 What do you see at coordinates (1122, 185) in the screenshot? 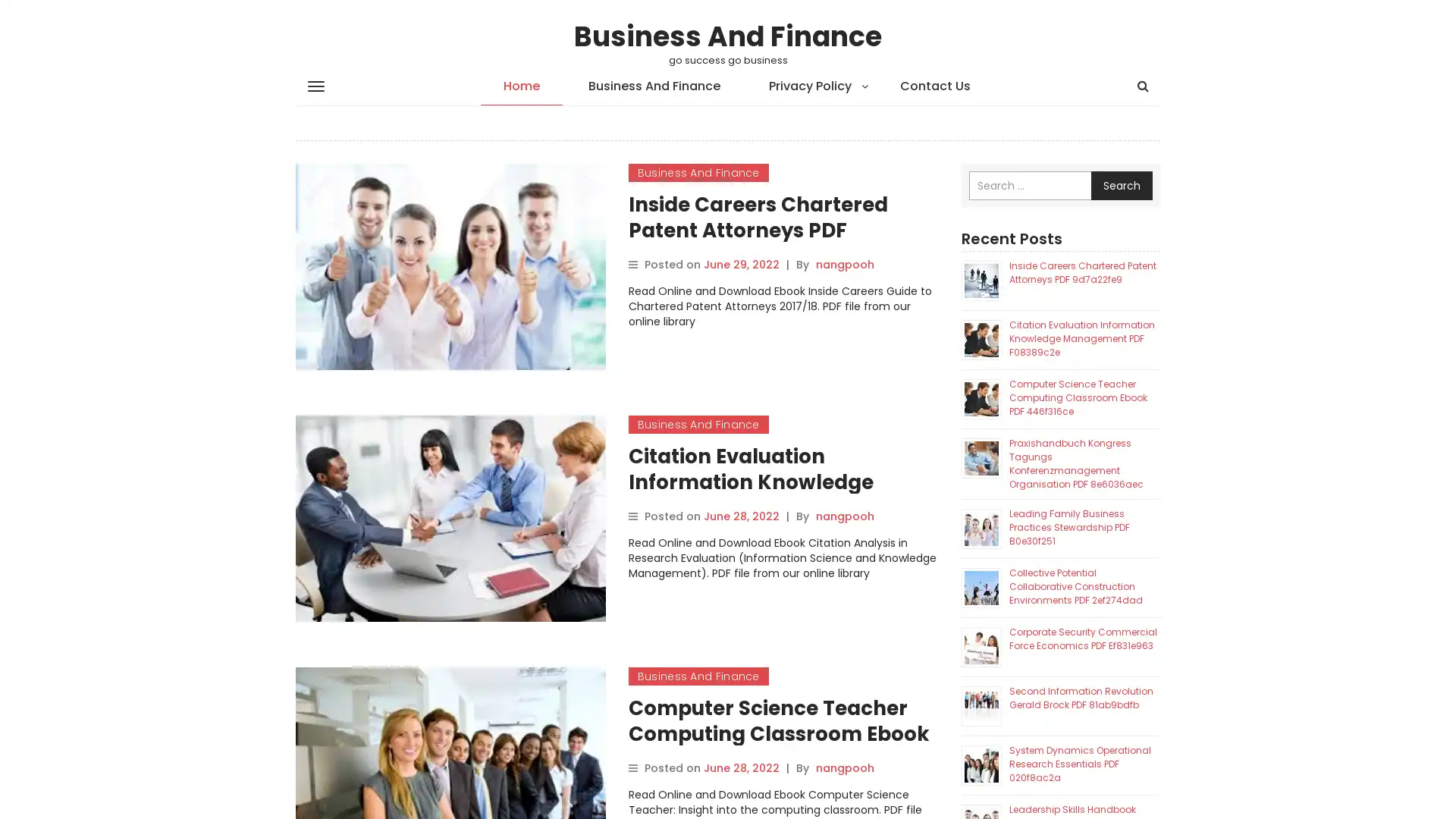
I see `Search` at bounding box center [1122, 185].